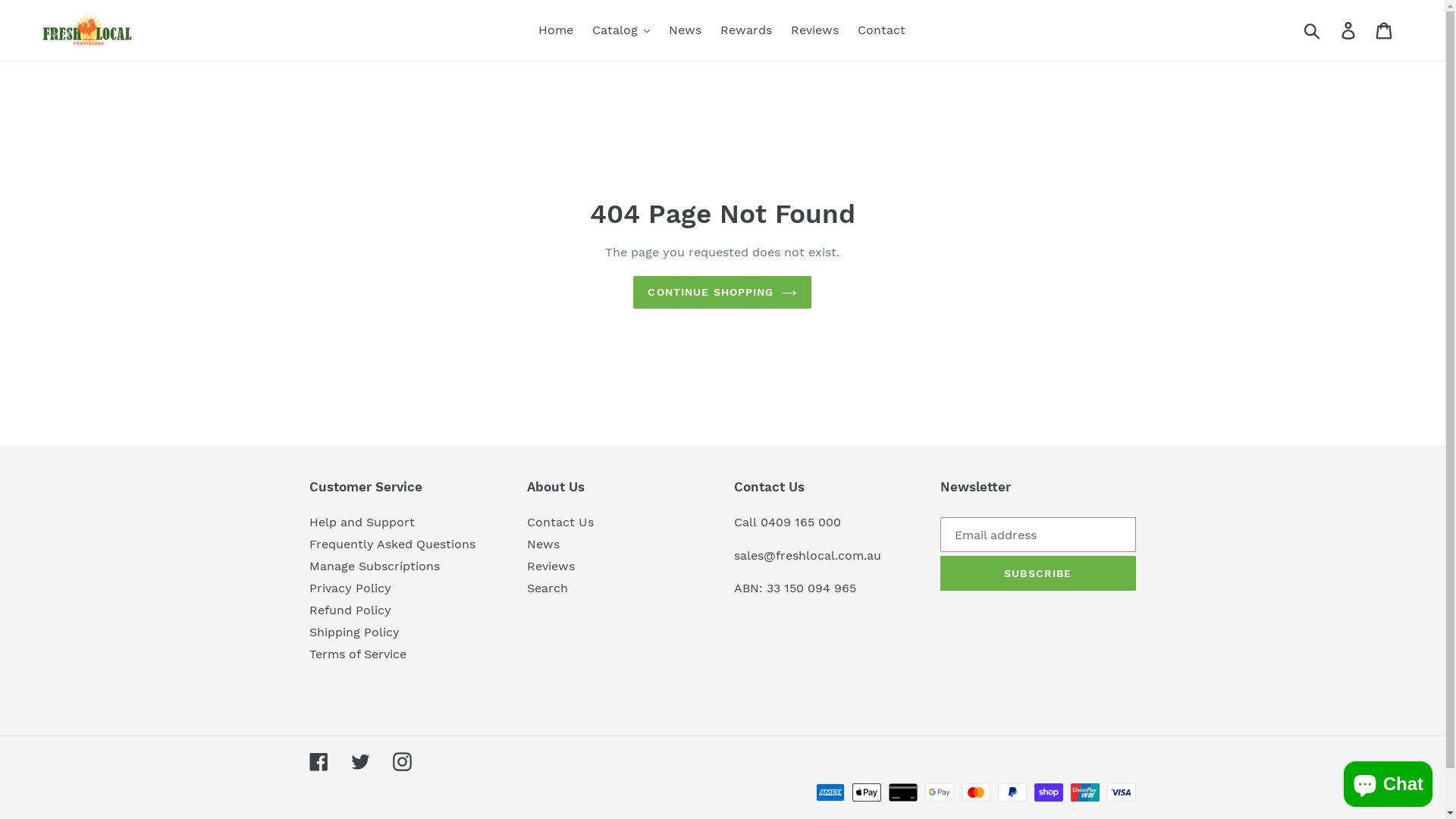  What do you see at coordinates (349, 609) in the screenshot?
I see `'Refund Policy'` at bounding box center [349, 609].